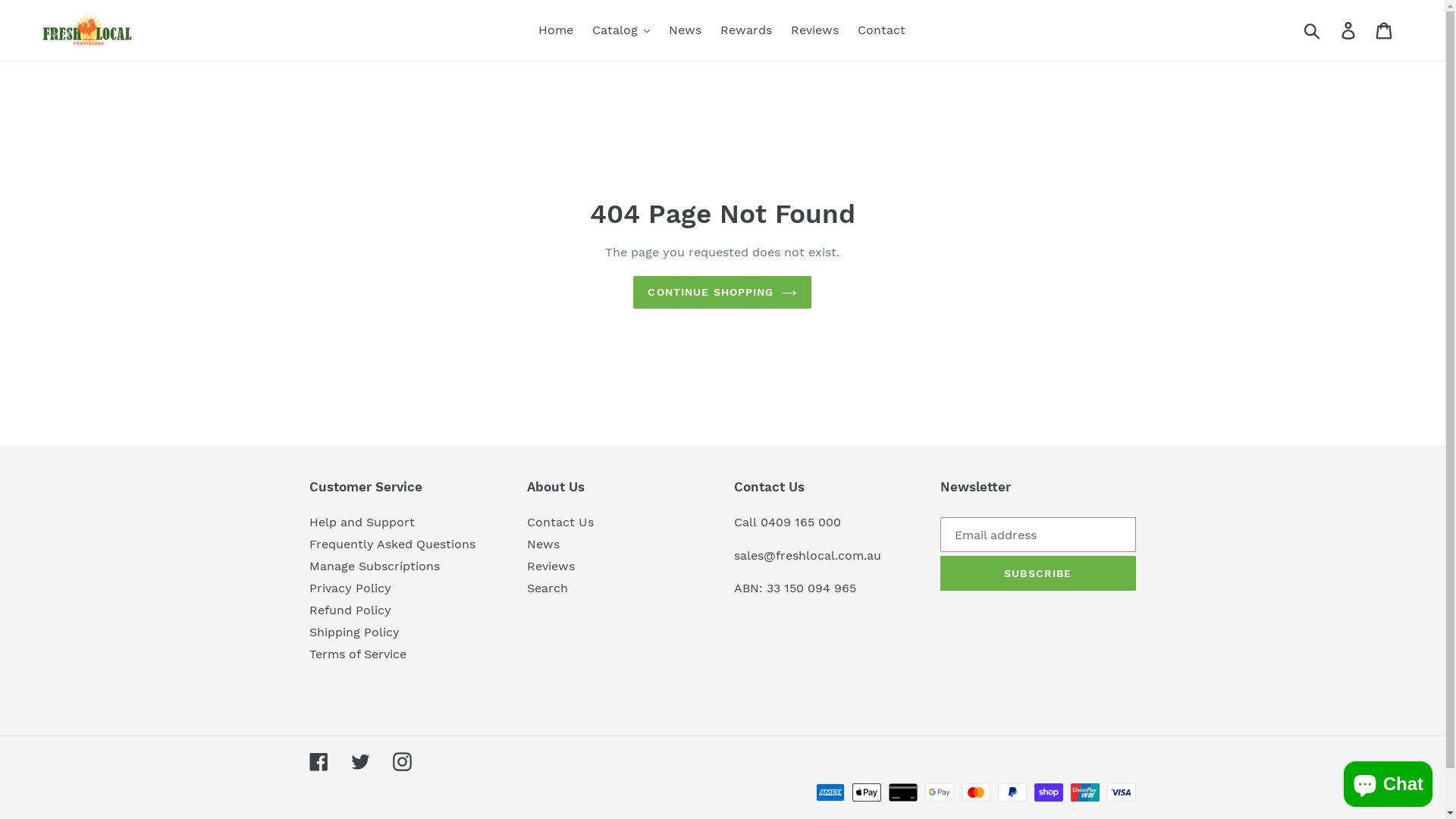  What do you see at coordinates (349, 609) in the screenshot?
I see `'Refund Policy'` at bounding box center [349, 609].